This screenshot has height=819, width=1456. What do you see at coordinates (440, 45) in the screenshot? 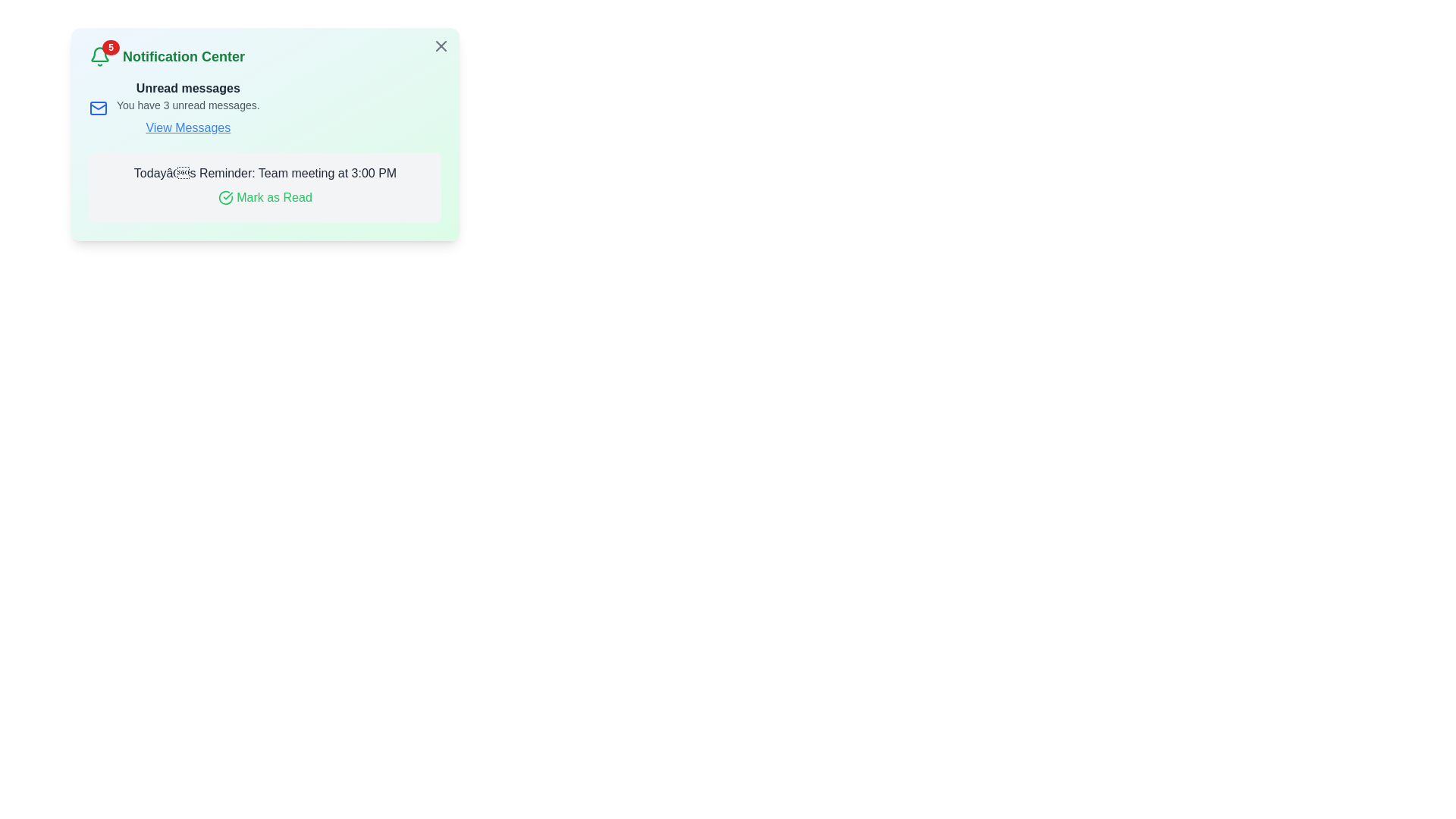
I see `the small, cross-shaped icon located at the top-right corner of the notification card interface` at bounding box center [440, 45].